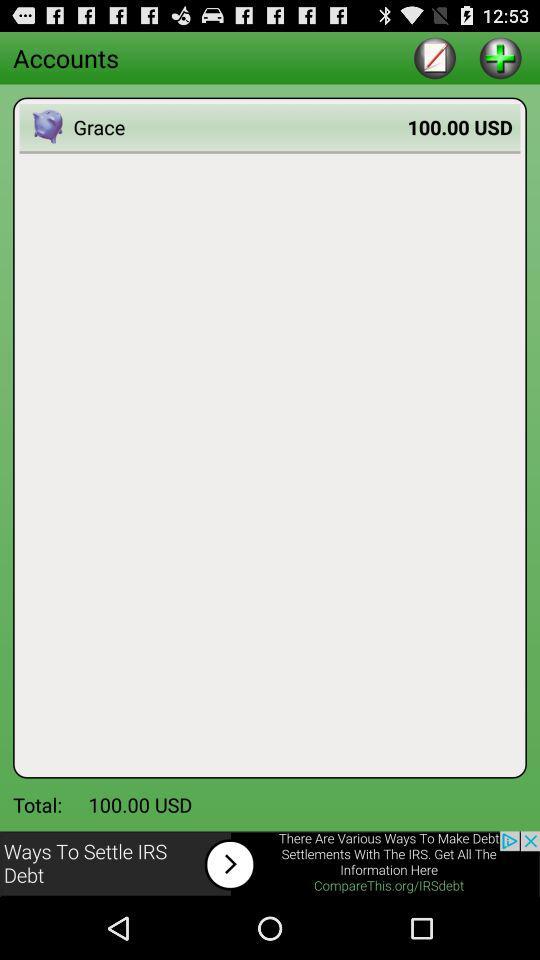  I want to click on click on the advertisement, so click(270, 863).